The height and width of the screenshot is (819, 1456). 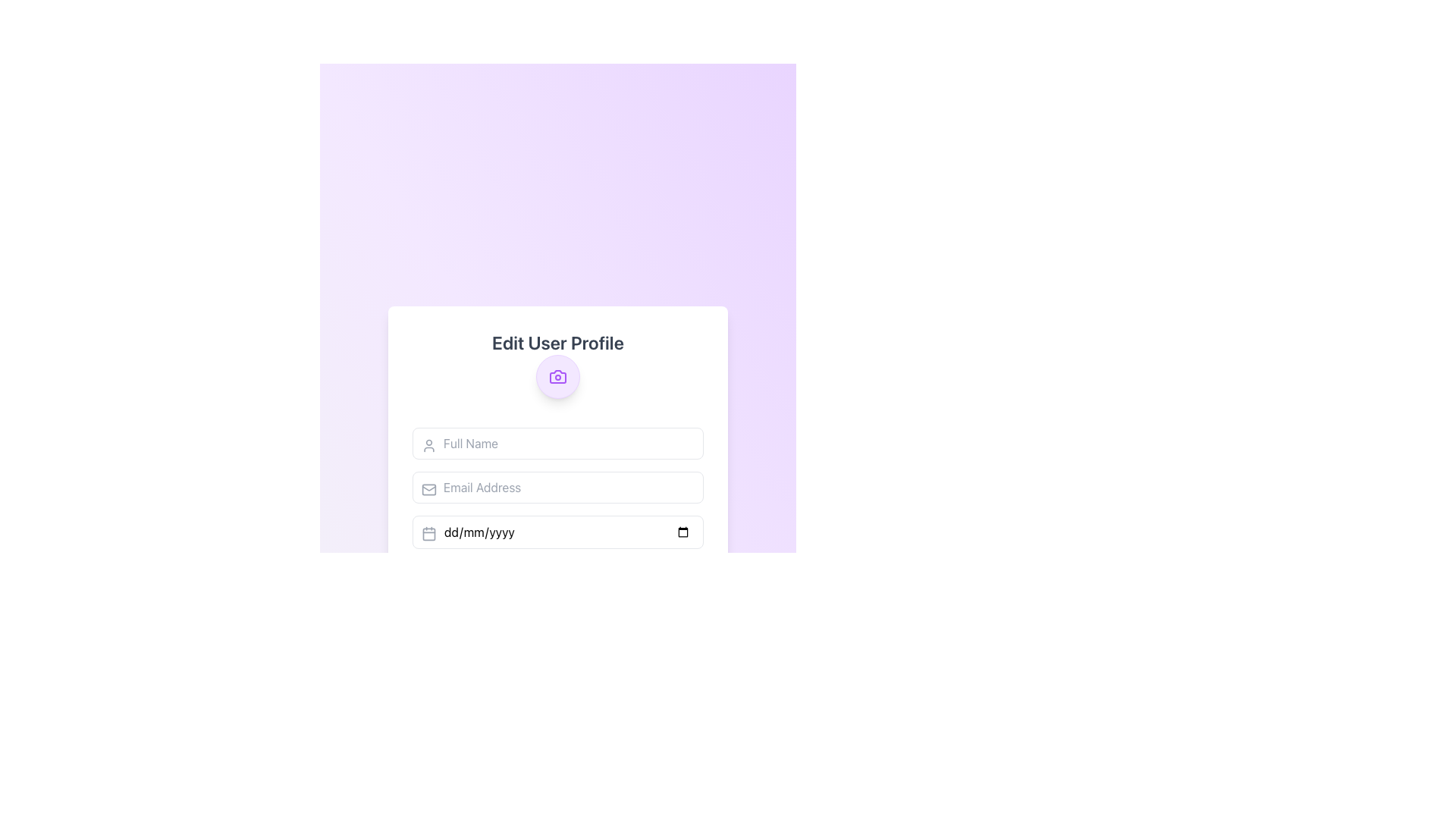 What do you see at coordinates (557, 376) in the screenshot?
I see `the profile picture upload button, which is represented by a camera icon, located below the 'Edit User Profile' text` at bounding box center [557, 376].